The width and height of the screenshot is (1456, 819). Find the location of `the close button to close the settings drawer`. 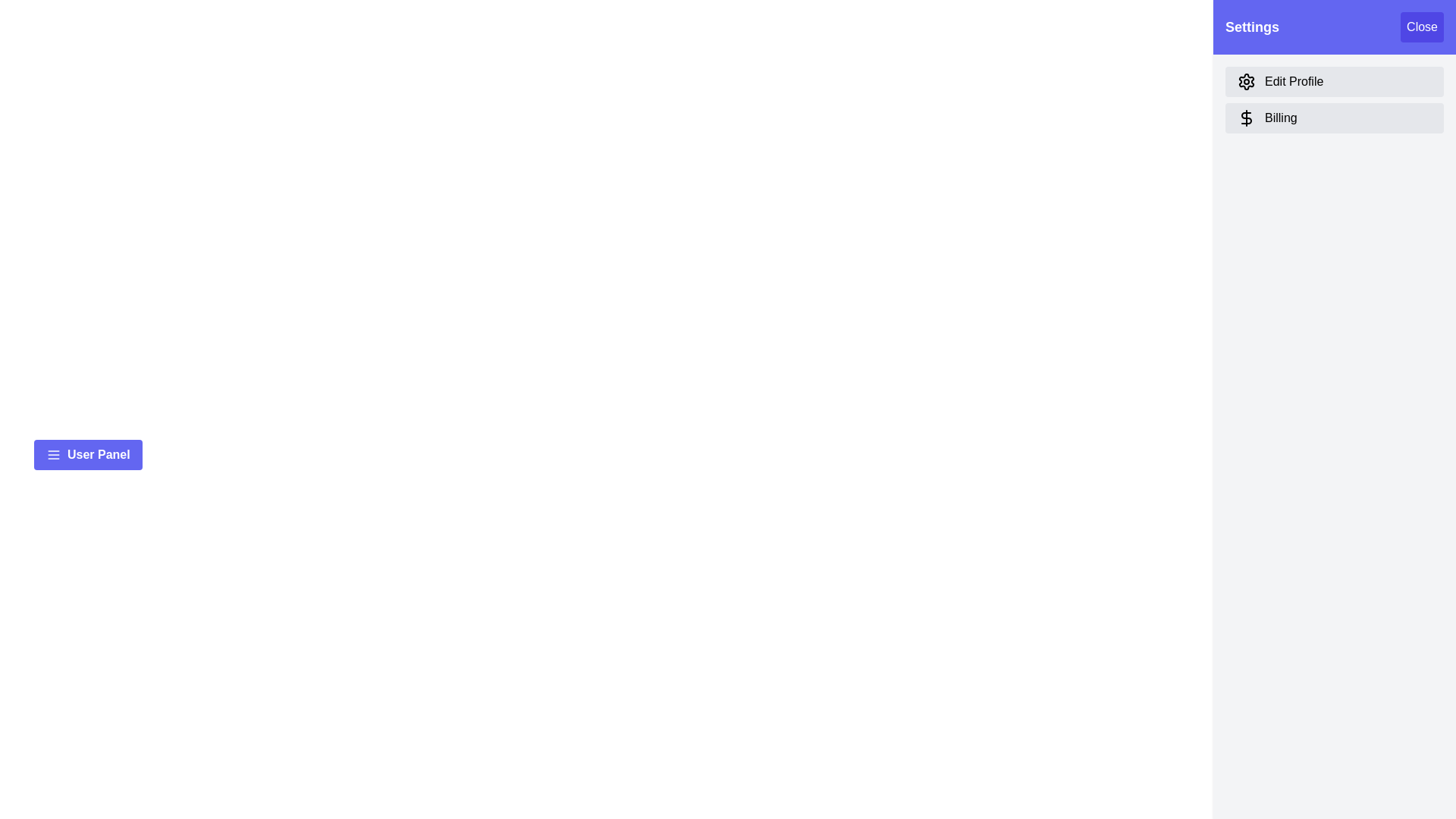

the close button to close the settings drawer is located at coordinates (1421, 27).